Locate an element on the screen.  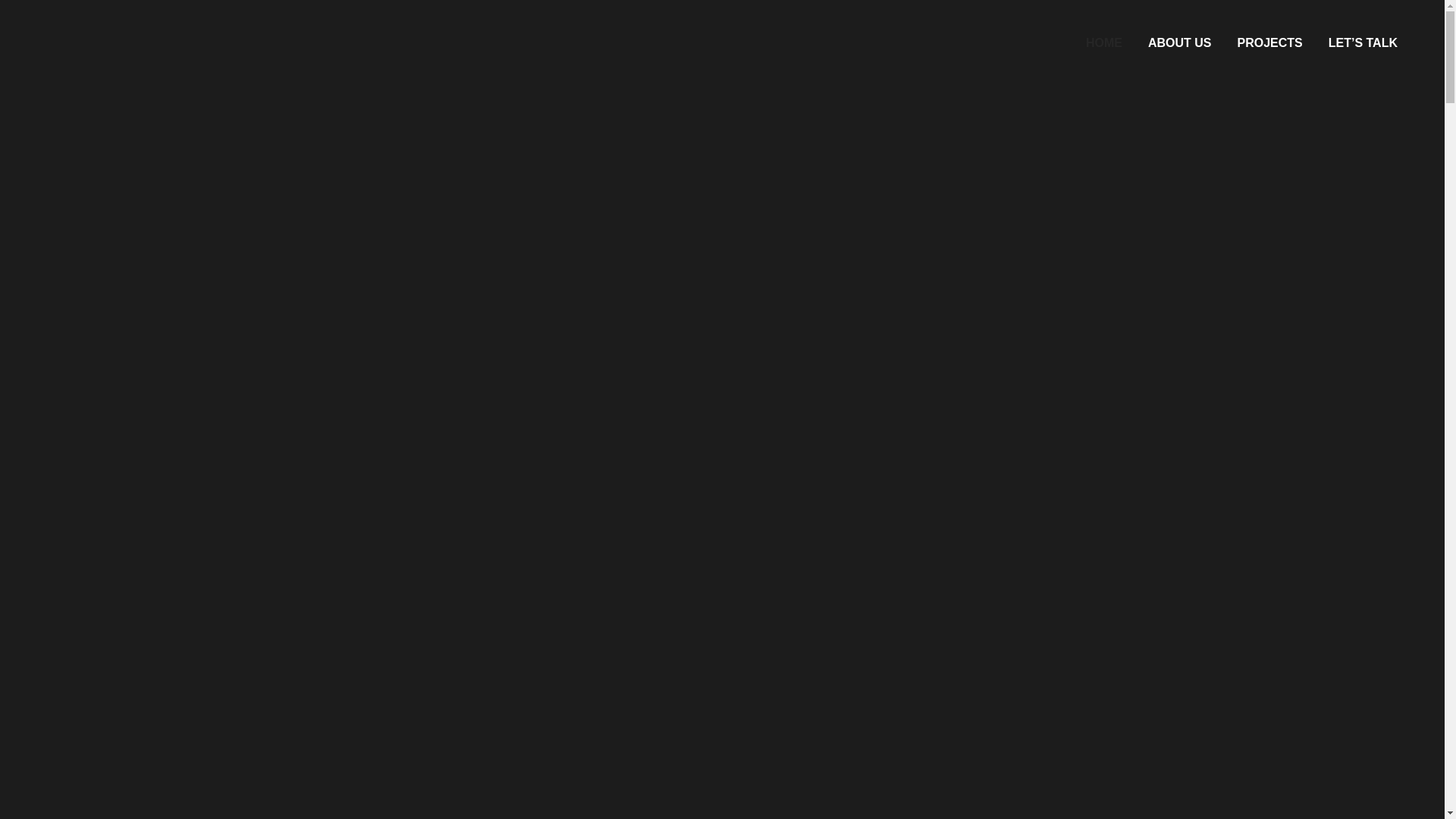
'PROJECTS' is located at coordinates (1269, 42).